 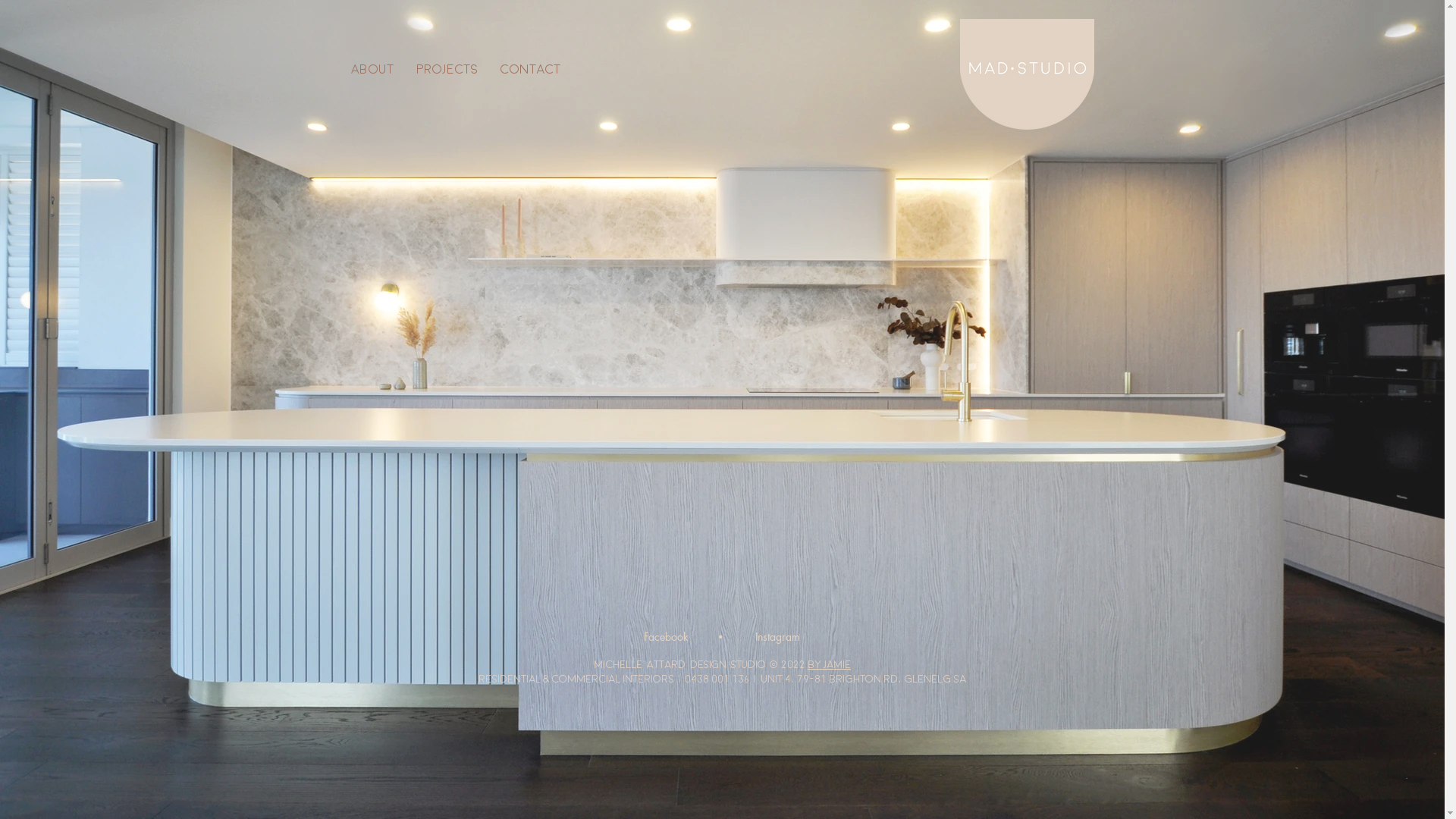 I want to click on 'Facebook', so click(x=665, y=637).